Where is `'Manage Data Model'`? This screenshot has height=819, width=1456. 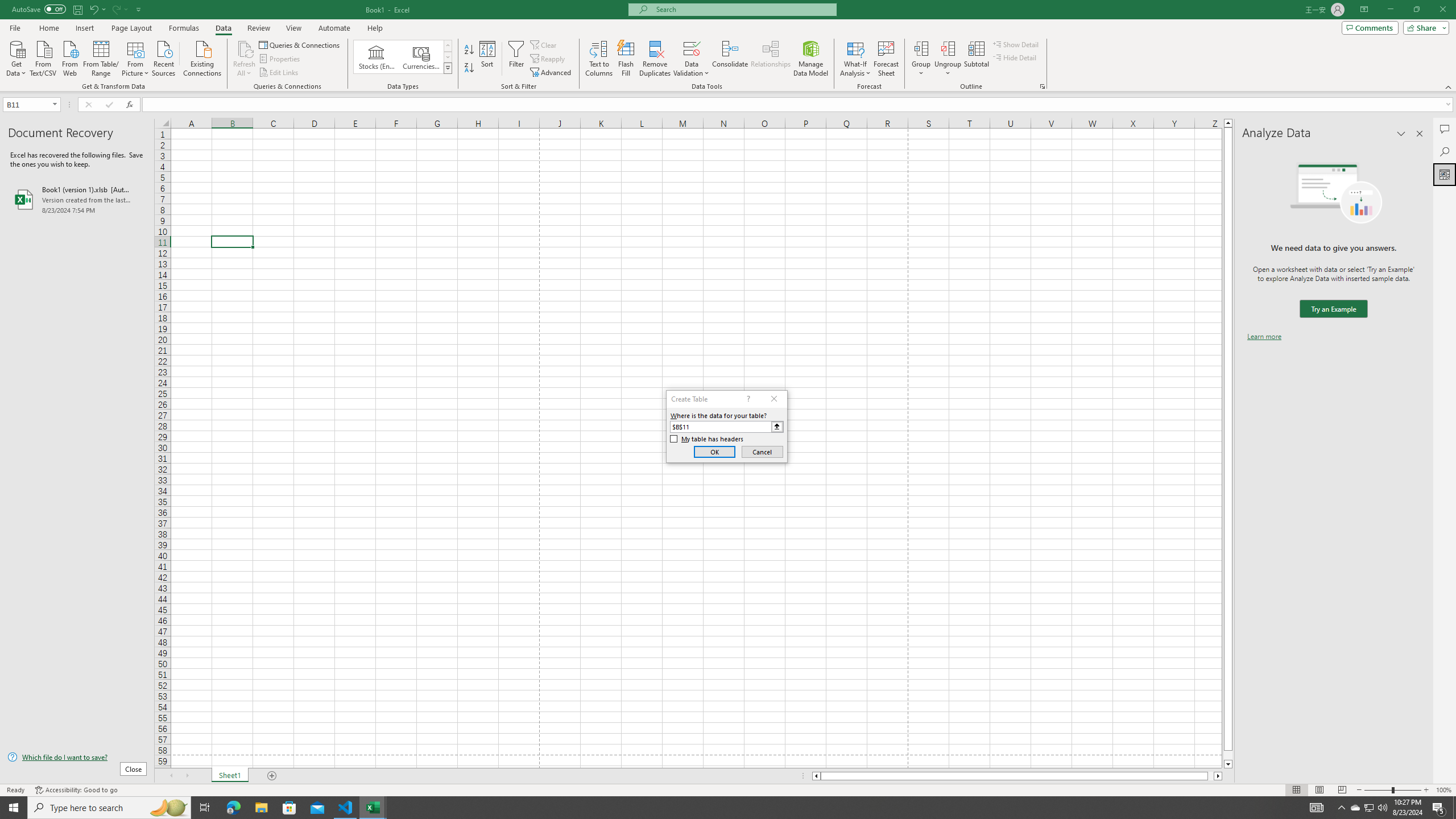 'Manage Data Model' is located at coordinates (810, 59).